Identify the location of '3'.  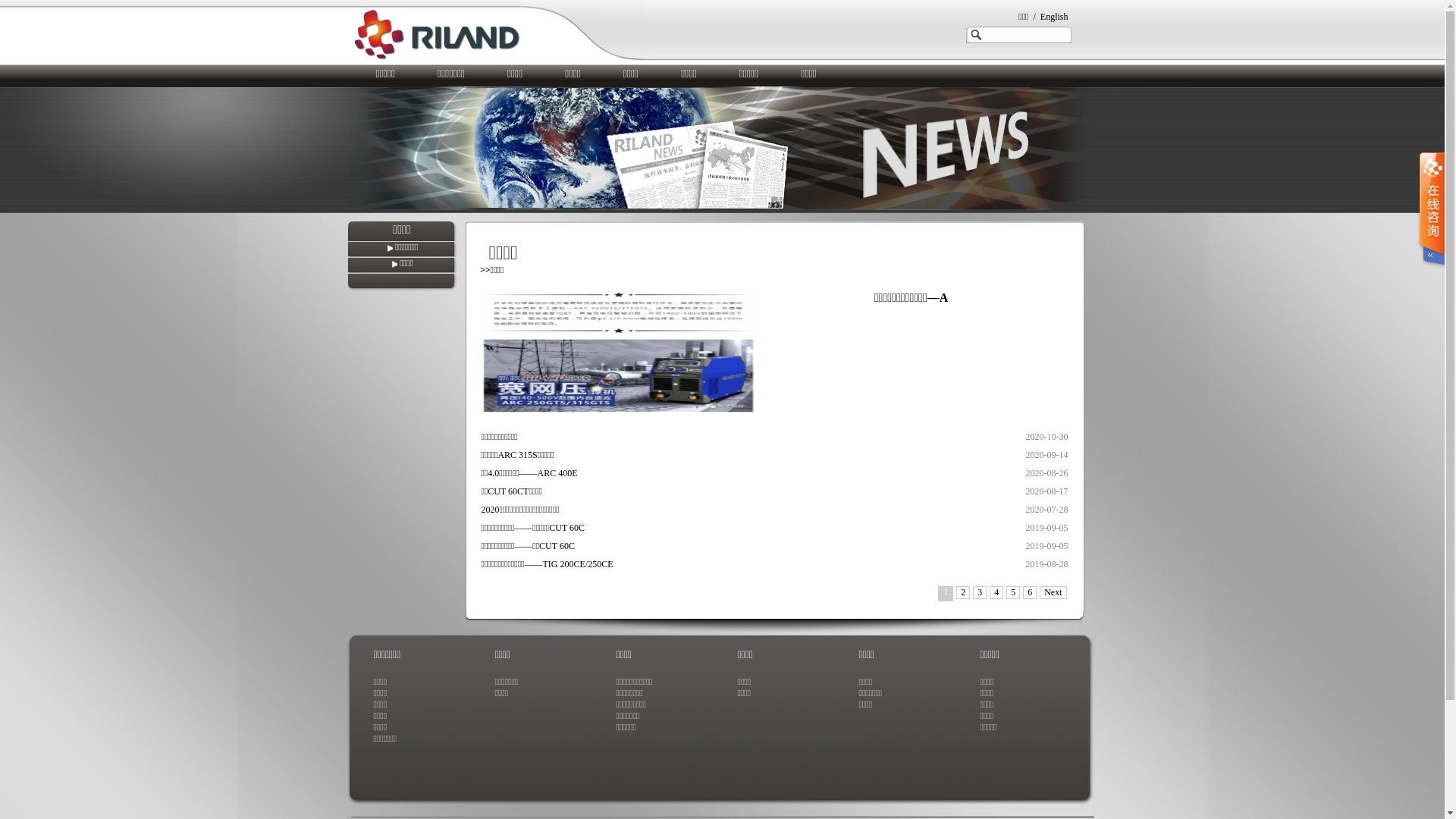
(979, 591).